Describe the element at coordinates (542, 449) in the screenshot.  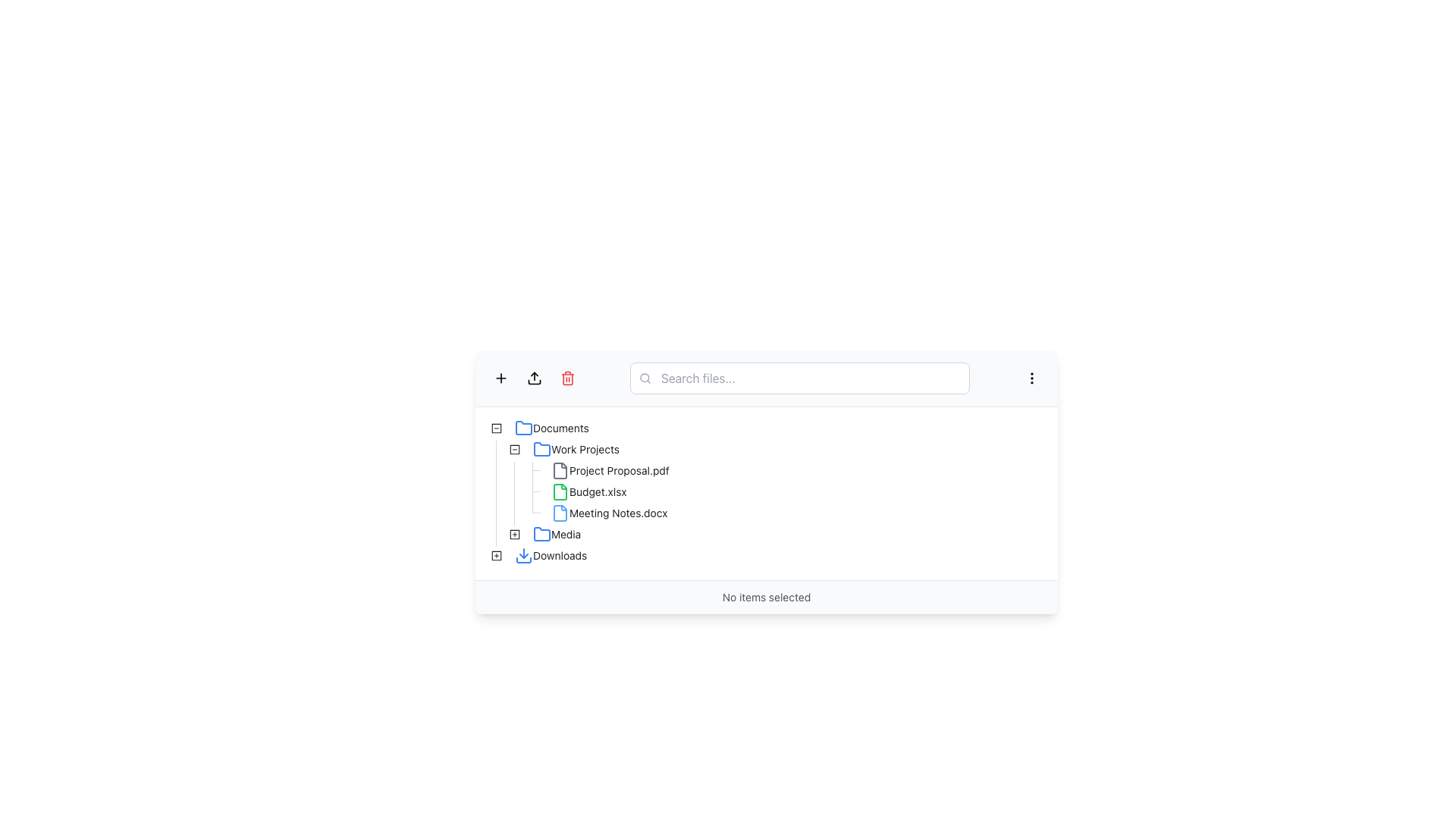
I see `the blue folder icon` at that location.